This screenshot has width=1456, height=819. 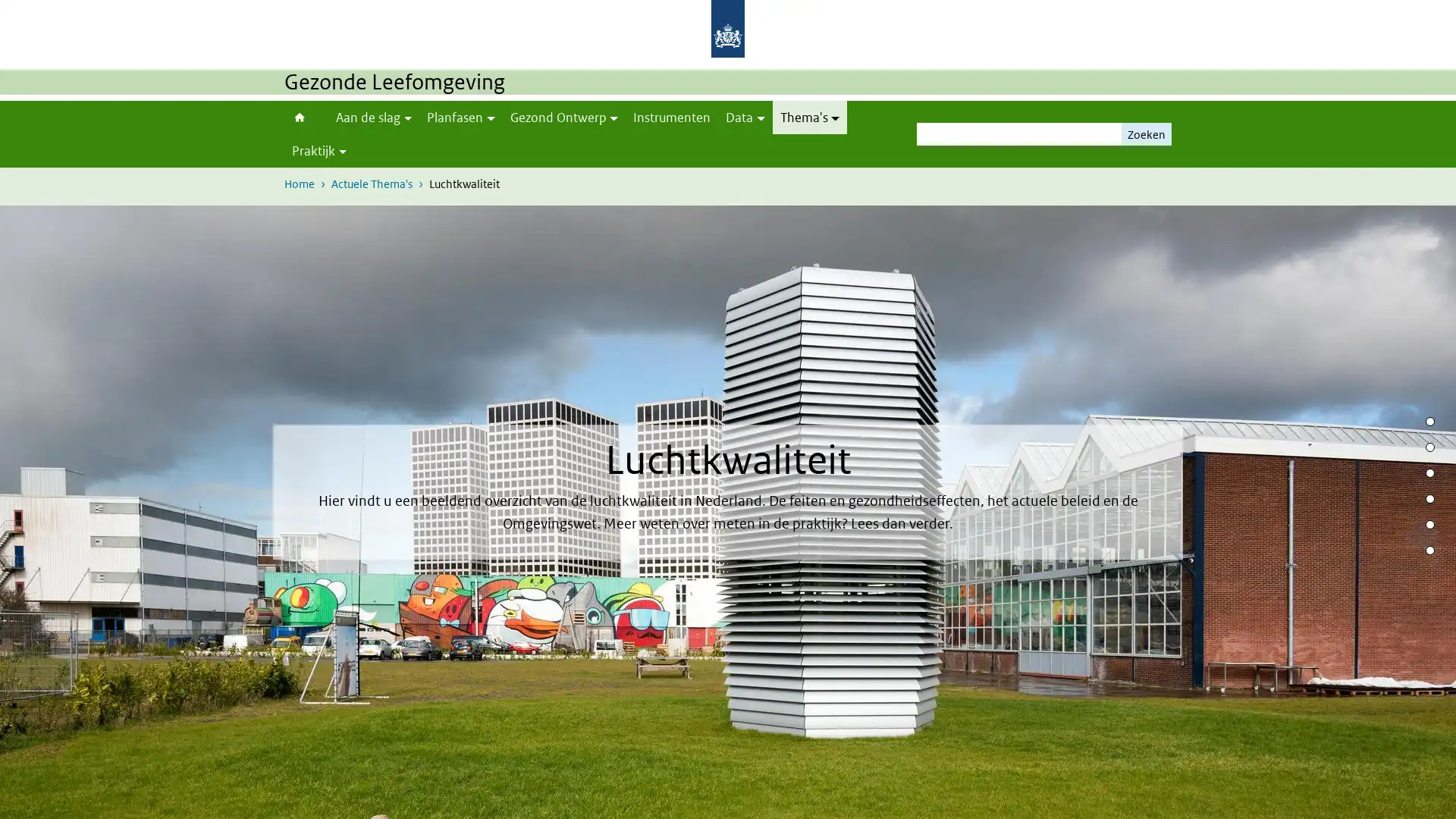 What do you see at coordinates (1147, 133) in the screenshot?
I see `Zoeken` at bounding box center [1147, 133].